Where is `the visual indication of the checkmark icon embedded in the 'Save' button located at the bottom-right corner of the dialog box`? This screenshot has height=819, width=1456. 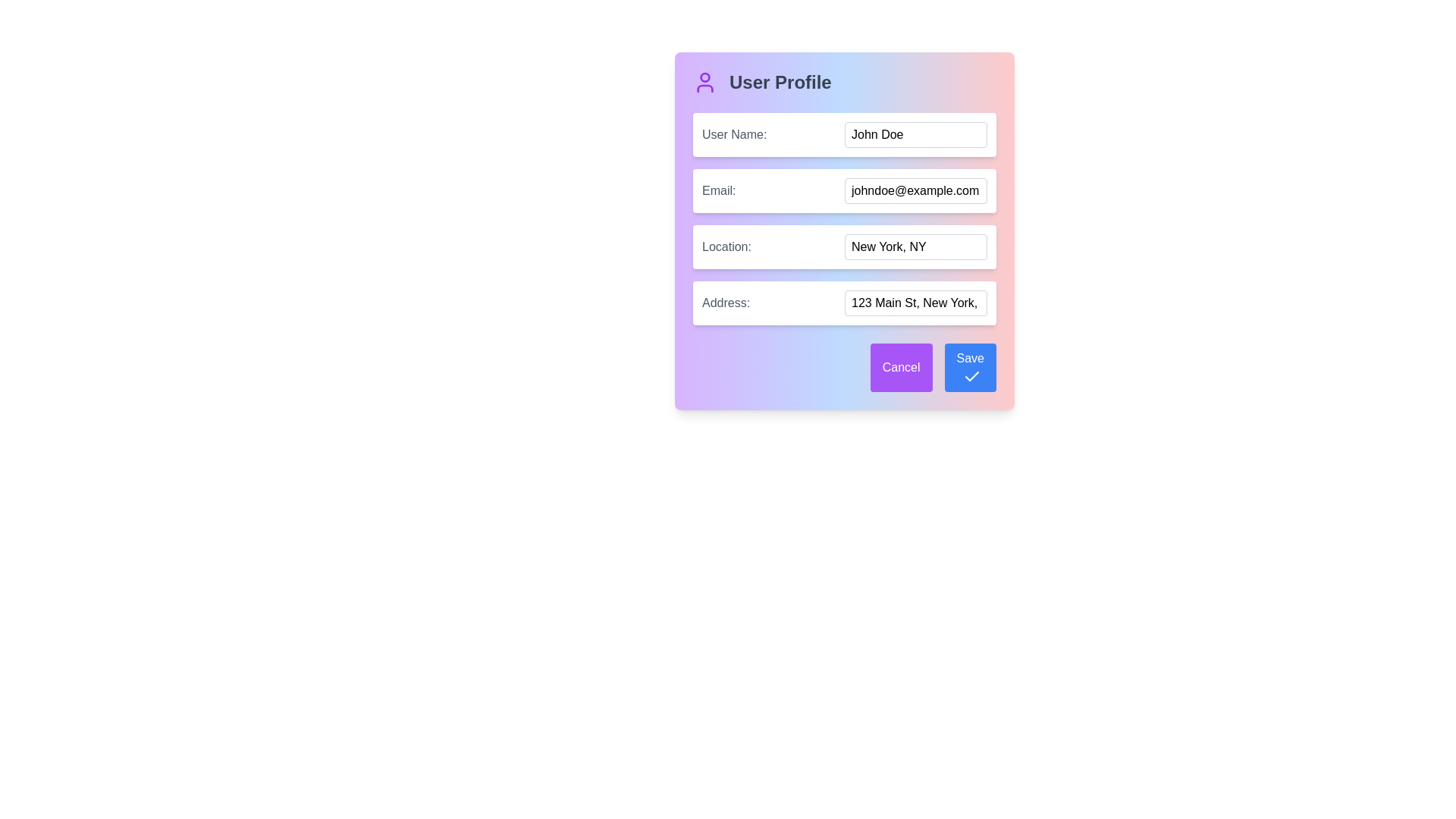
the visual indication of the checkmark icon embedded in the 'Save' button located at the bottom-right corner of the dialog box is located at coordinates (971, 375).